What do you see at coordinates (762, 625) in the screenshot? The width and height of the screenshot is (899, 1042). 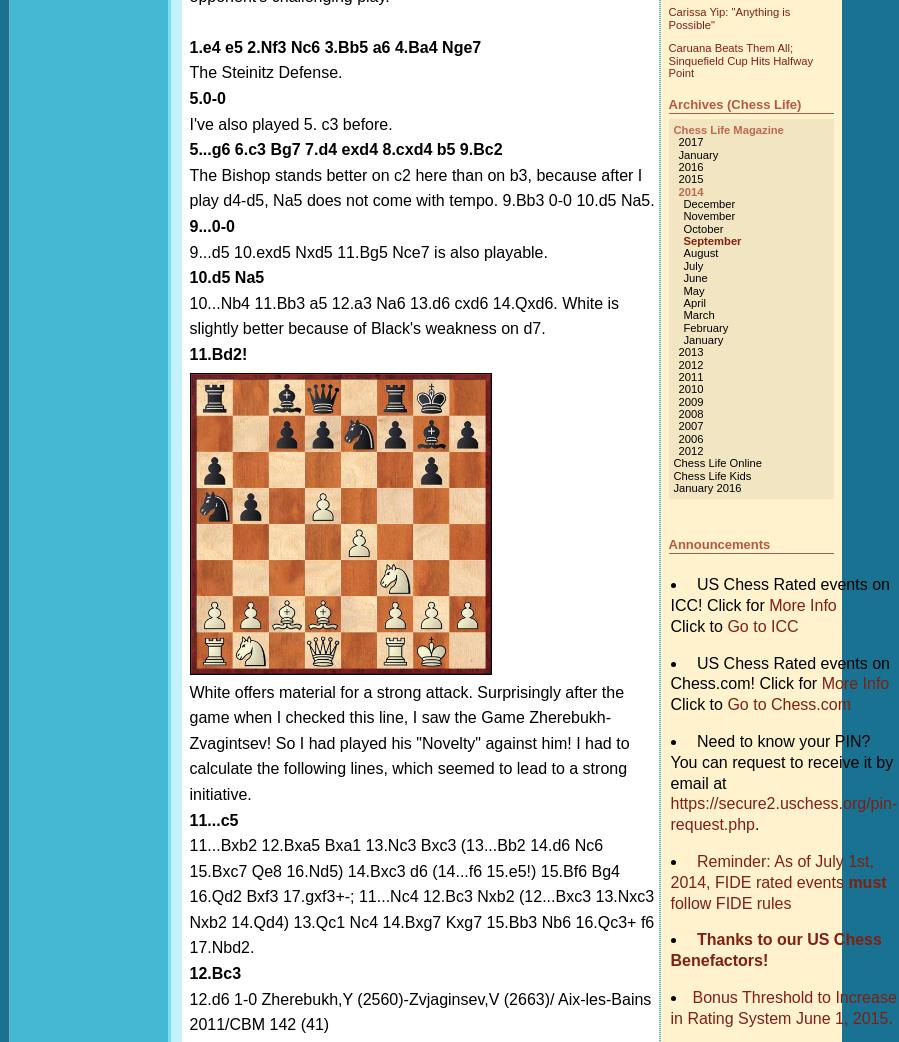 I see `'Go to ICC'` at bounding box center [762, 625].